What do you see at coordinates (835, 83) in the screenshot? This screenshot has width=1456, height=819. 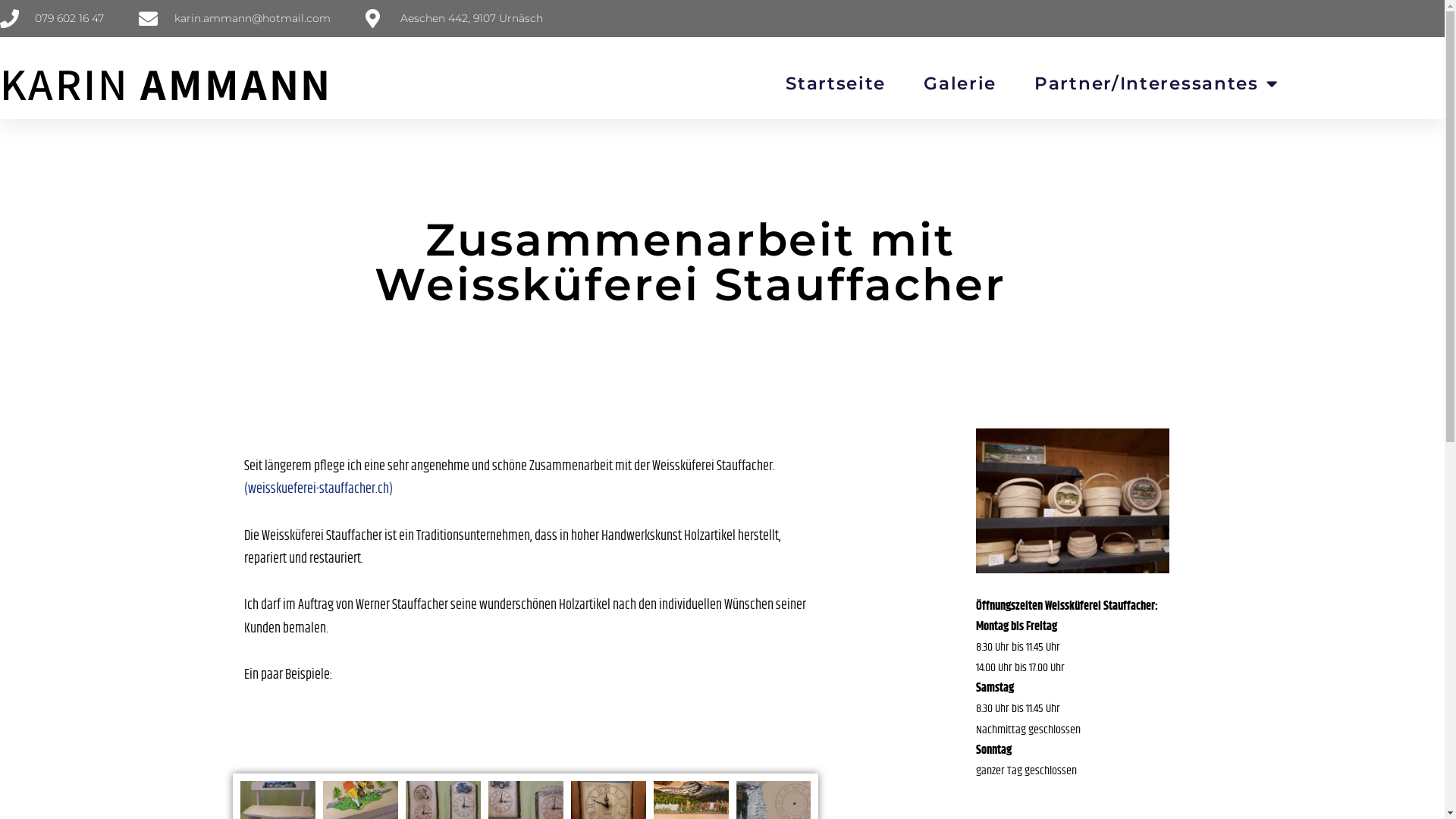 I see `'Startseite'` at bounding box center [835, 83].